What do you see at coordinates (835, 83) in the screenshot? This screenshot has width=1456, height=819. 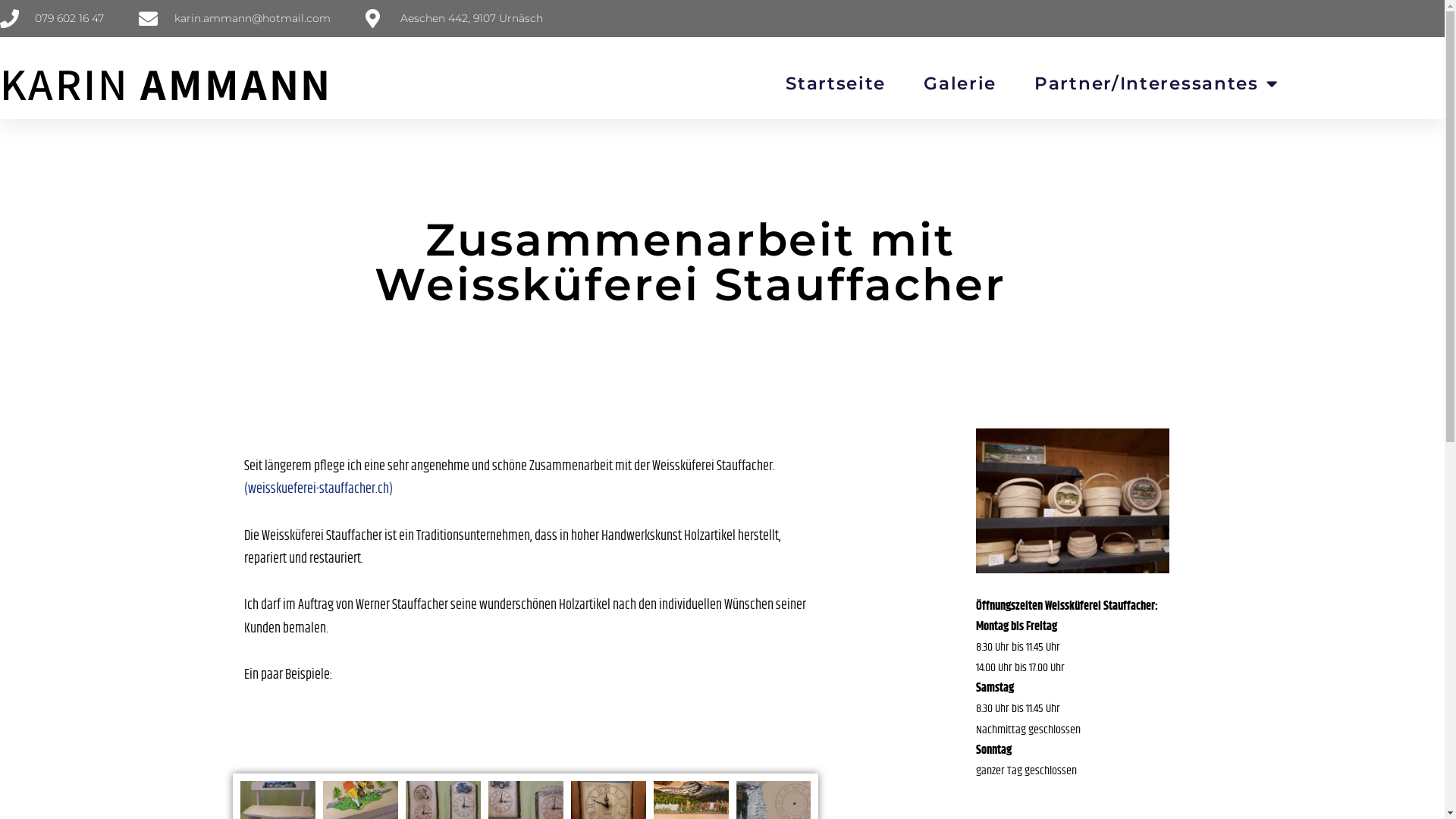 I see `'Startseite'` at bounding box center [835, 83].